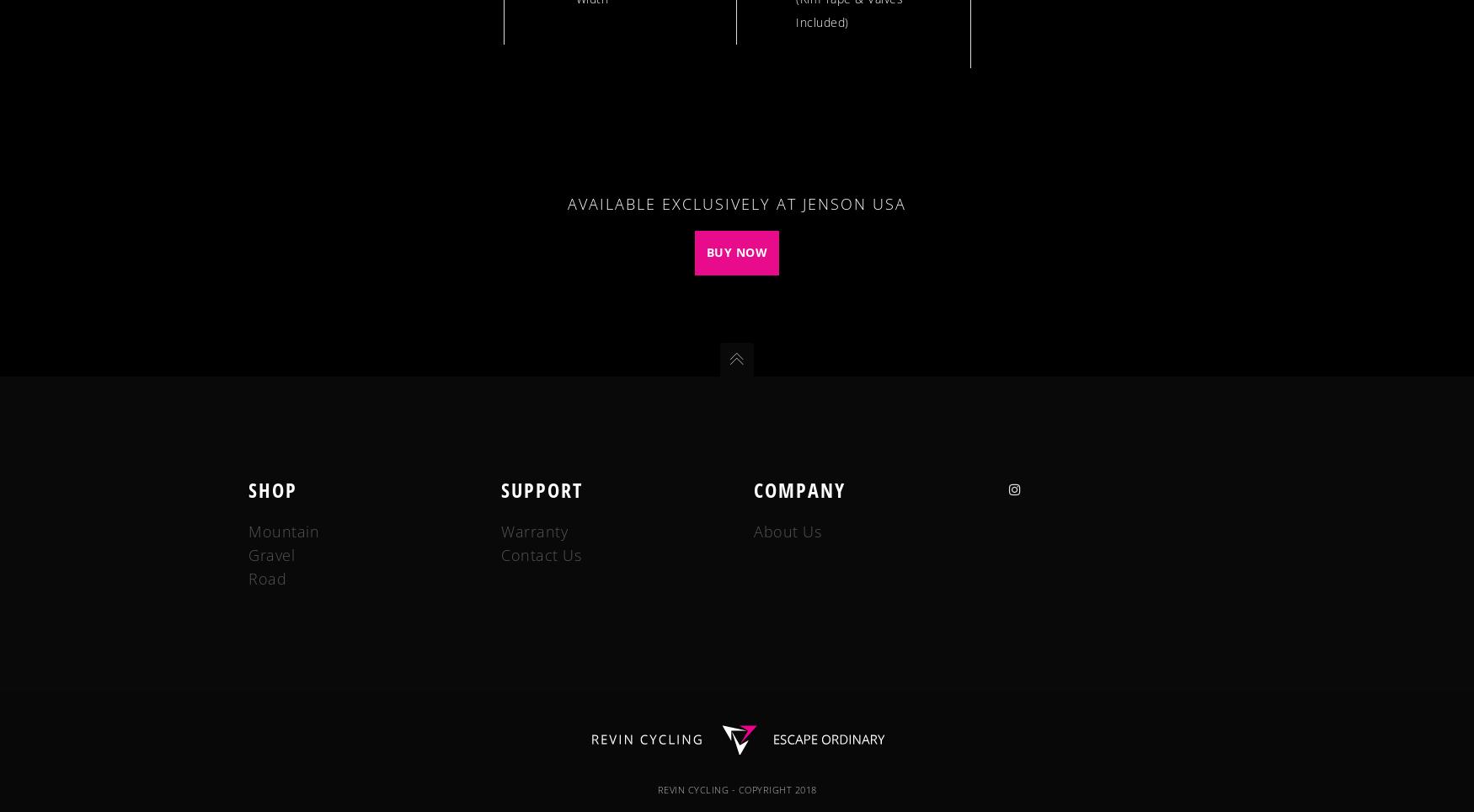  I want to click on 'Warranty', so click(533, 530).